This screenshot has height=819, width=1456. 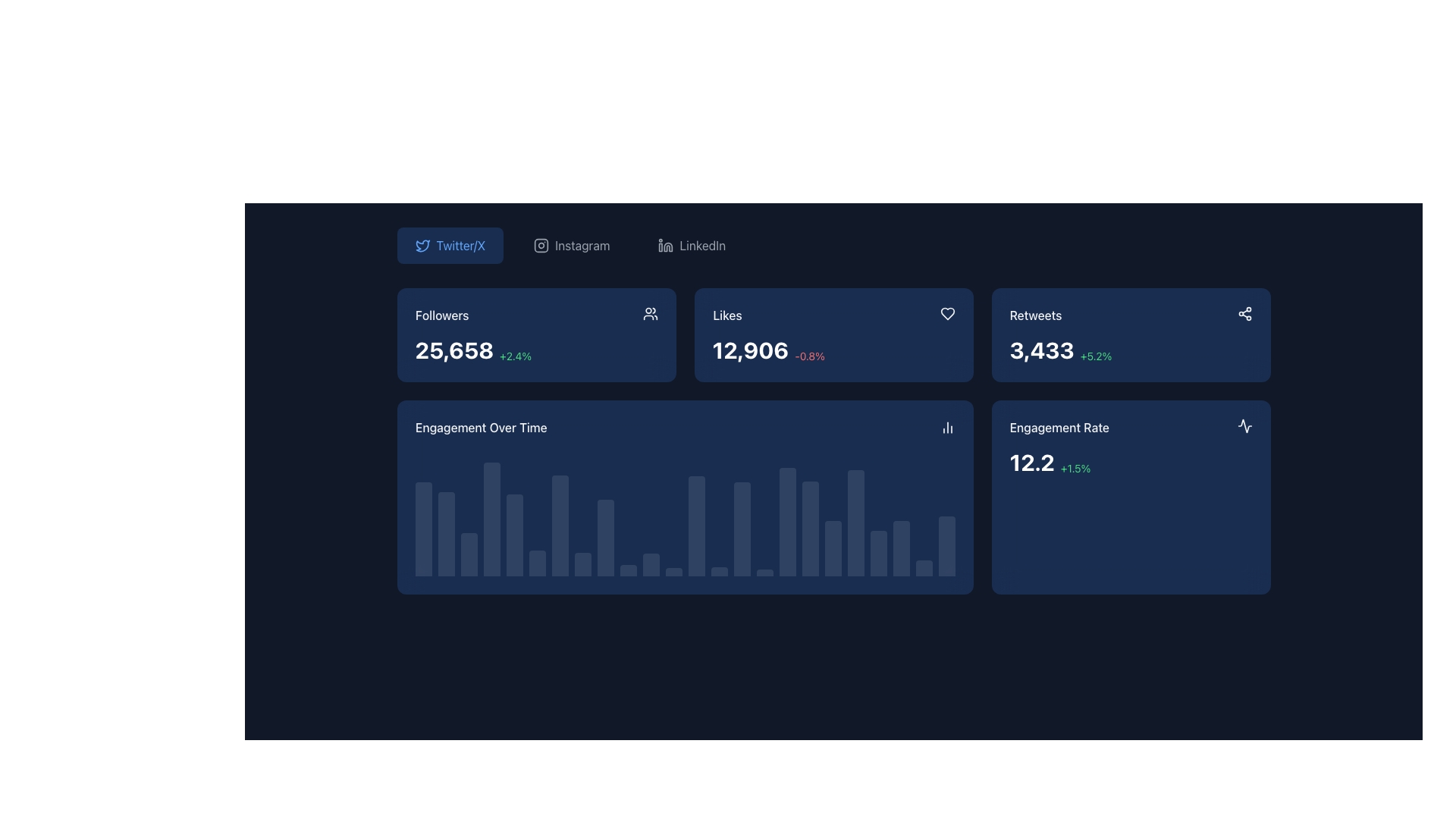 What do you see at coordinates (667, 246) in the screenshot?
I see `the human figure icon in the top navigation bar under the 'LinkedIn' heading, which is the second icon between a square-shaped figure and a circular figure` at bounding box center [667, 246].